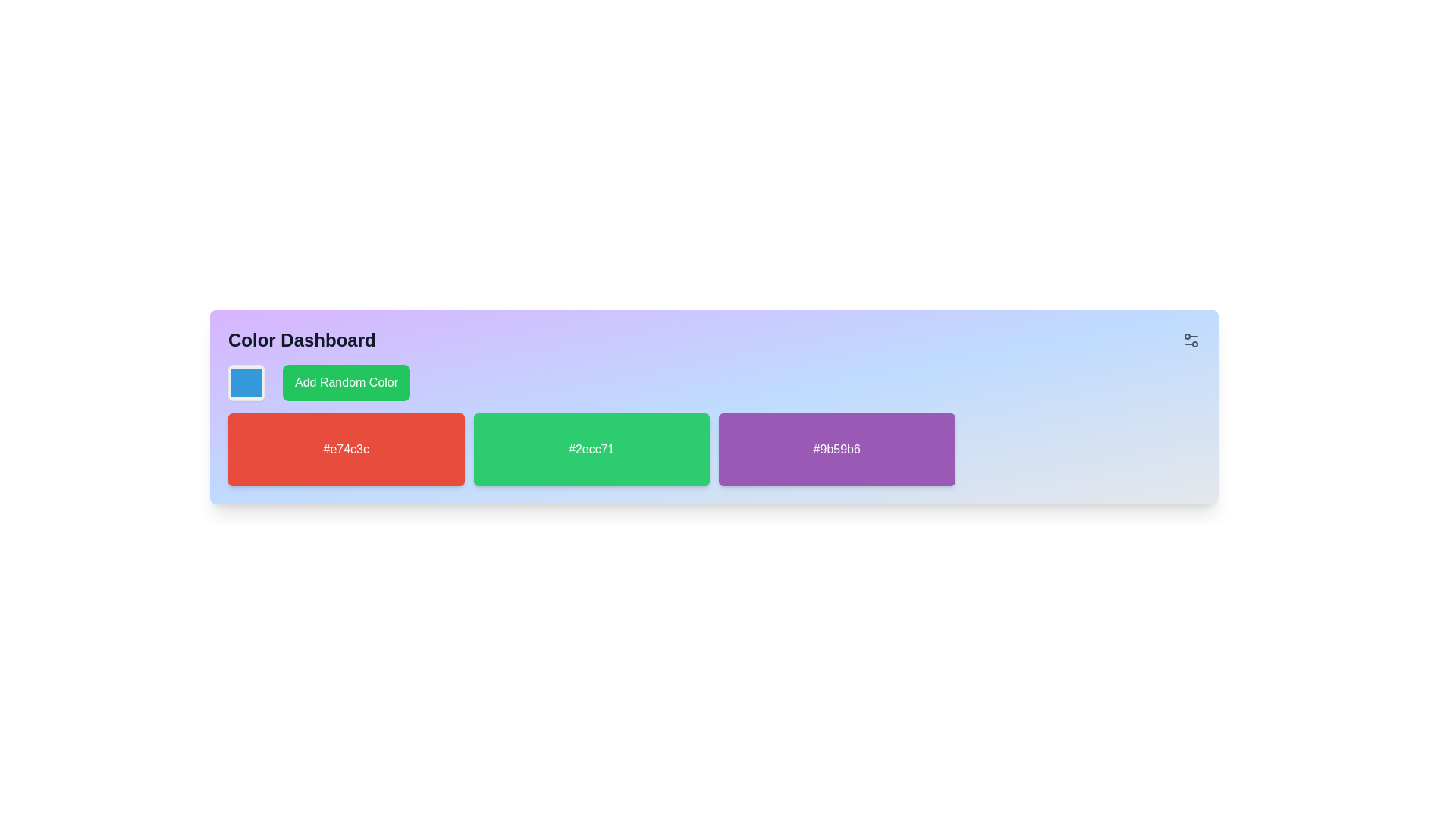 This screenshot has height=819, width=1456. I want to click on the display card with a green background color '#2ecc71' that is positioned between the red and purple cards in the bottom section of the interface, so click(591, 449).